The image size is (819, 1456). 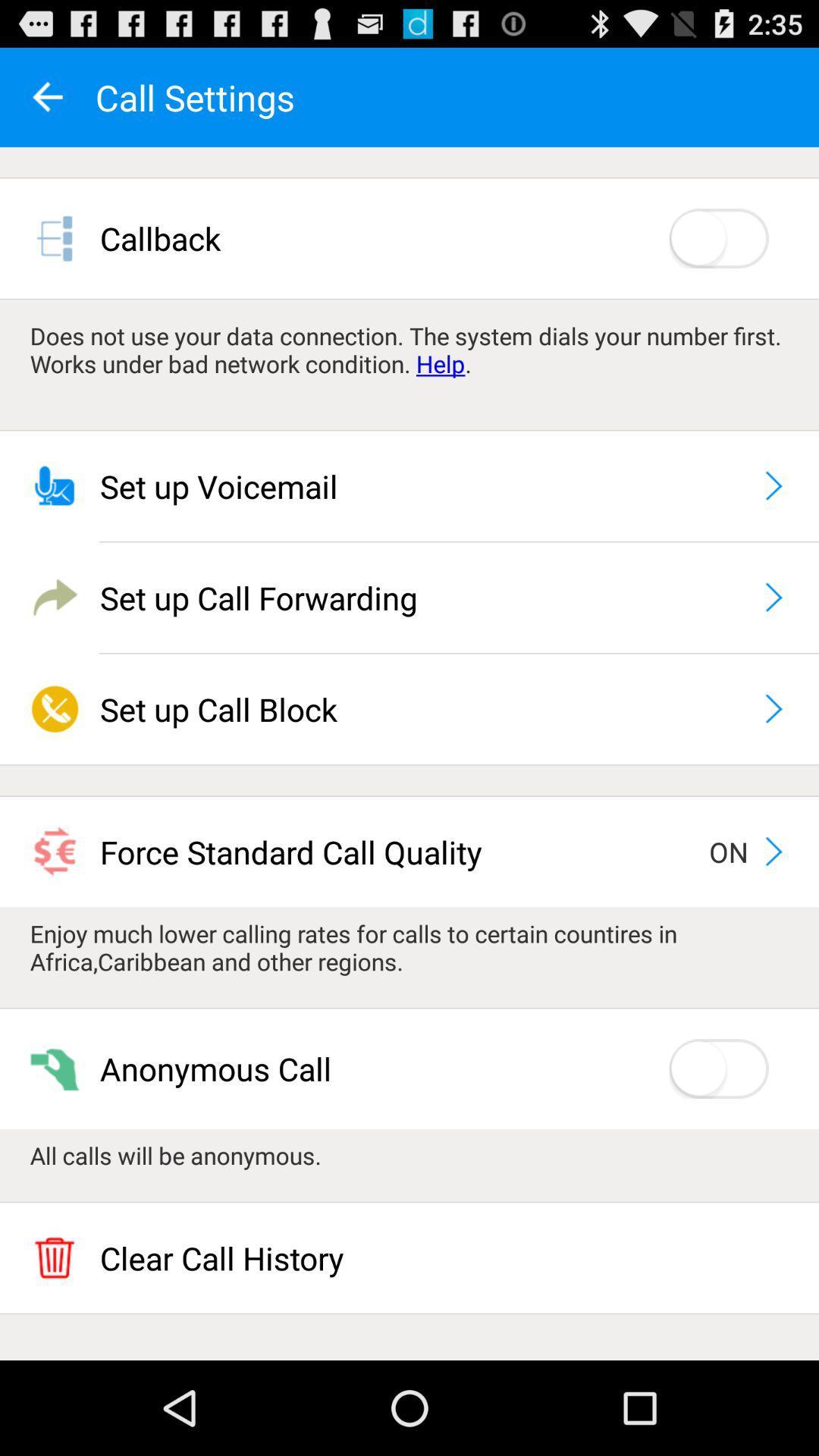 I want to click on the does not use app, so click(x=409, y=349).